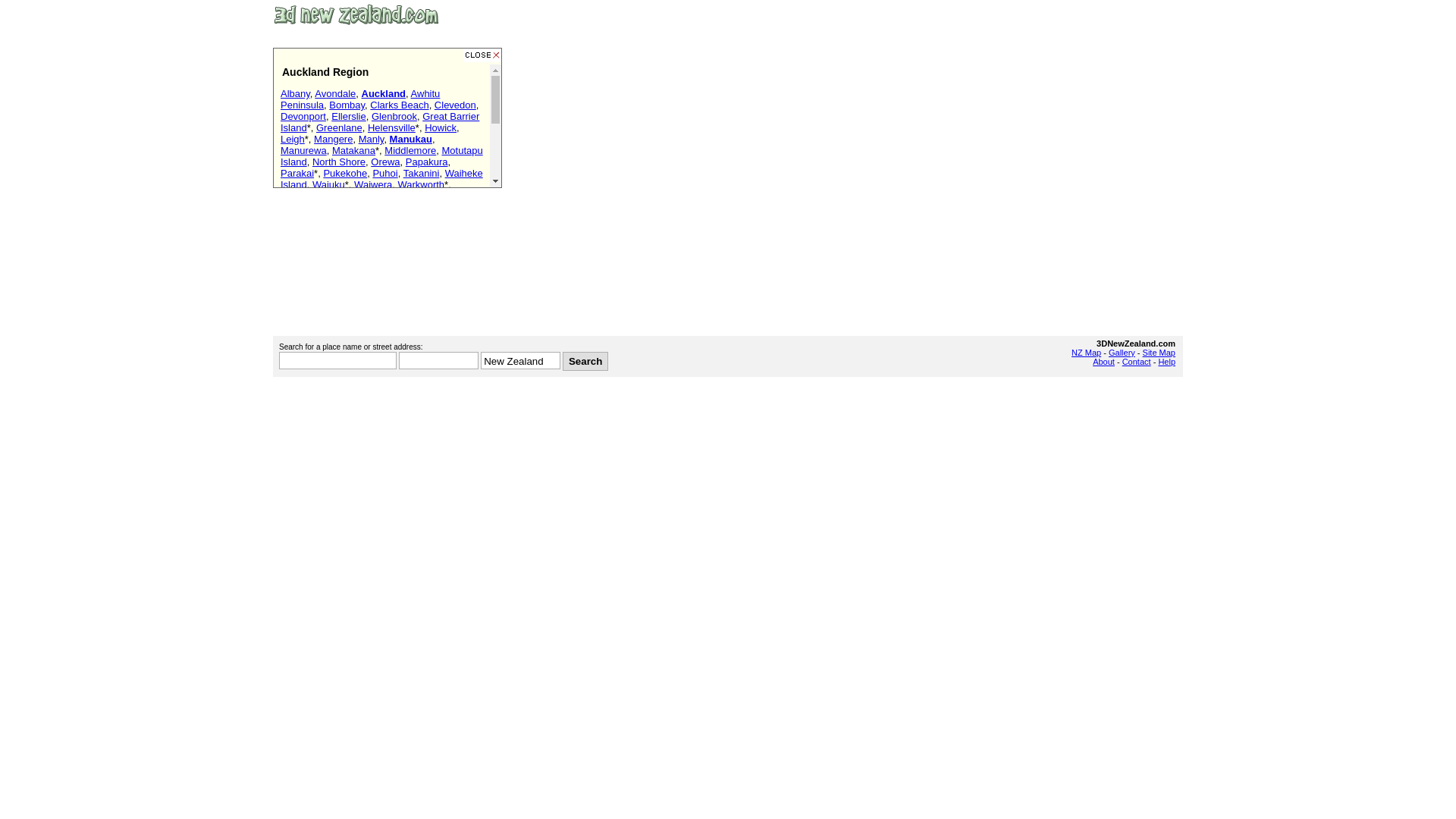 This screenshot has width=1456, height=819. What do you see at coordinates (338, 127) in the screenshot?
I see `'Greenlane'` at bounding box center [338, 127].